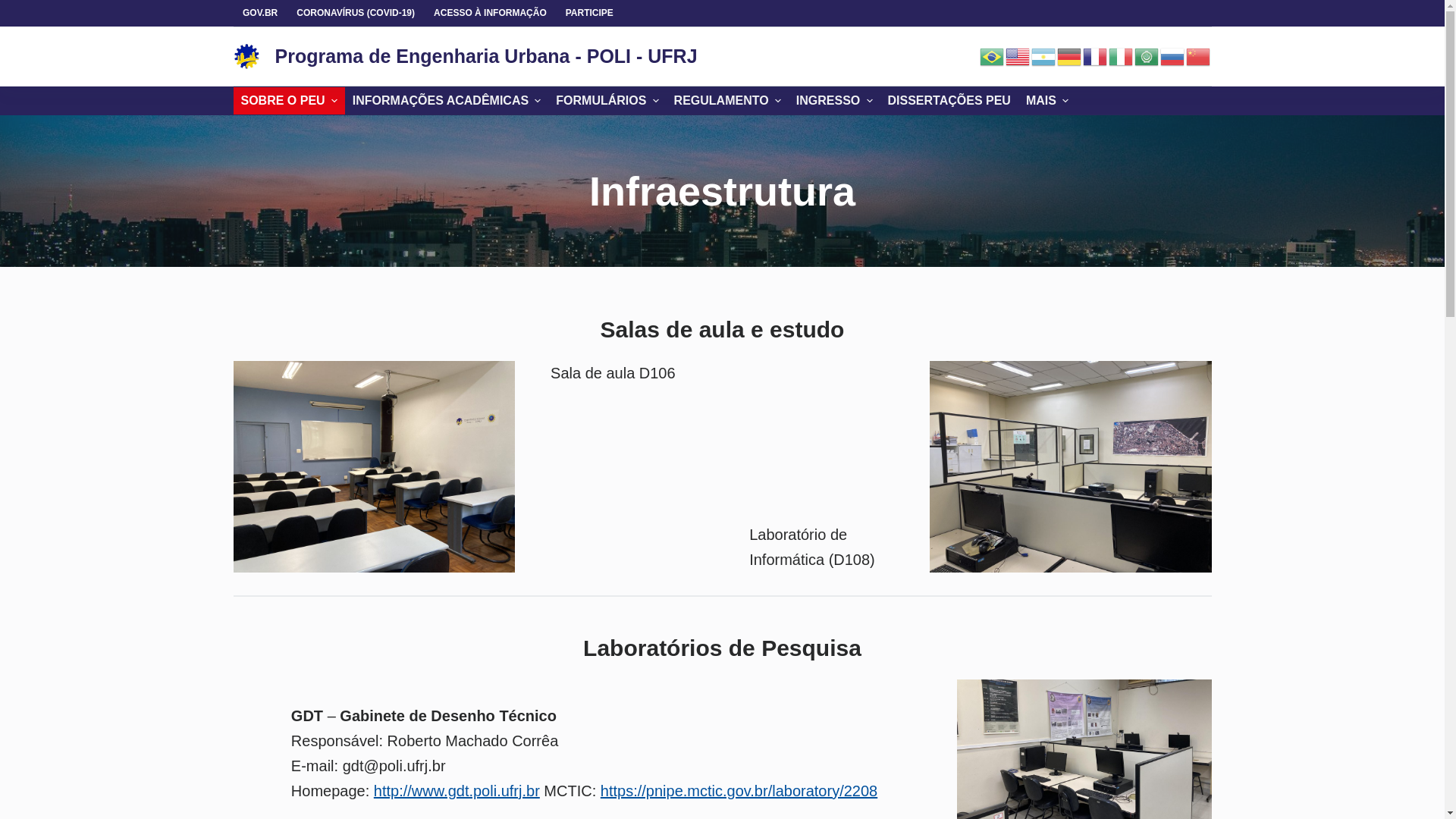 Image resolution: width=1456 pixels, height=819 pixels. I want to click on 'INGRESSO', so click(833, 100).